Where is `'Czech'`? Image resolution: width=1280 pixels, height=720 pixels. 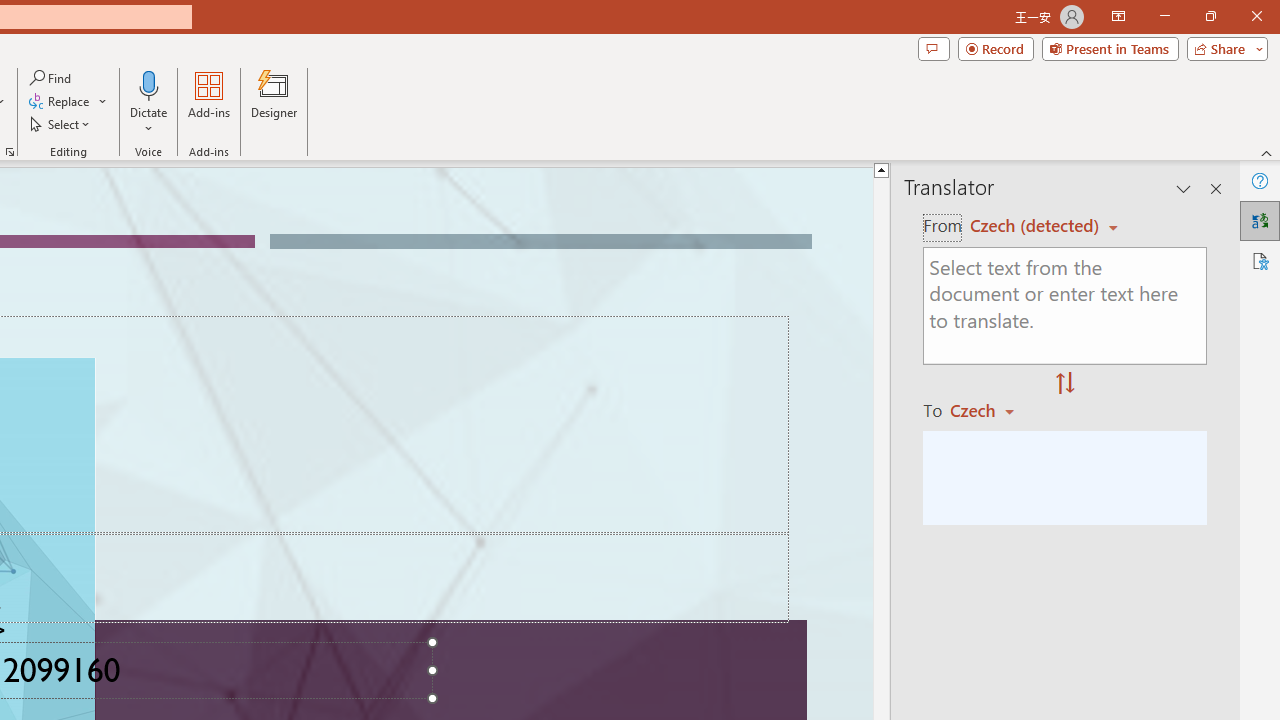 'Czech' is located at coordinates (991, 409).